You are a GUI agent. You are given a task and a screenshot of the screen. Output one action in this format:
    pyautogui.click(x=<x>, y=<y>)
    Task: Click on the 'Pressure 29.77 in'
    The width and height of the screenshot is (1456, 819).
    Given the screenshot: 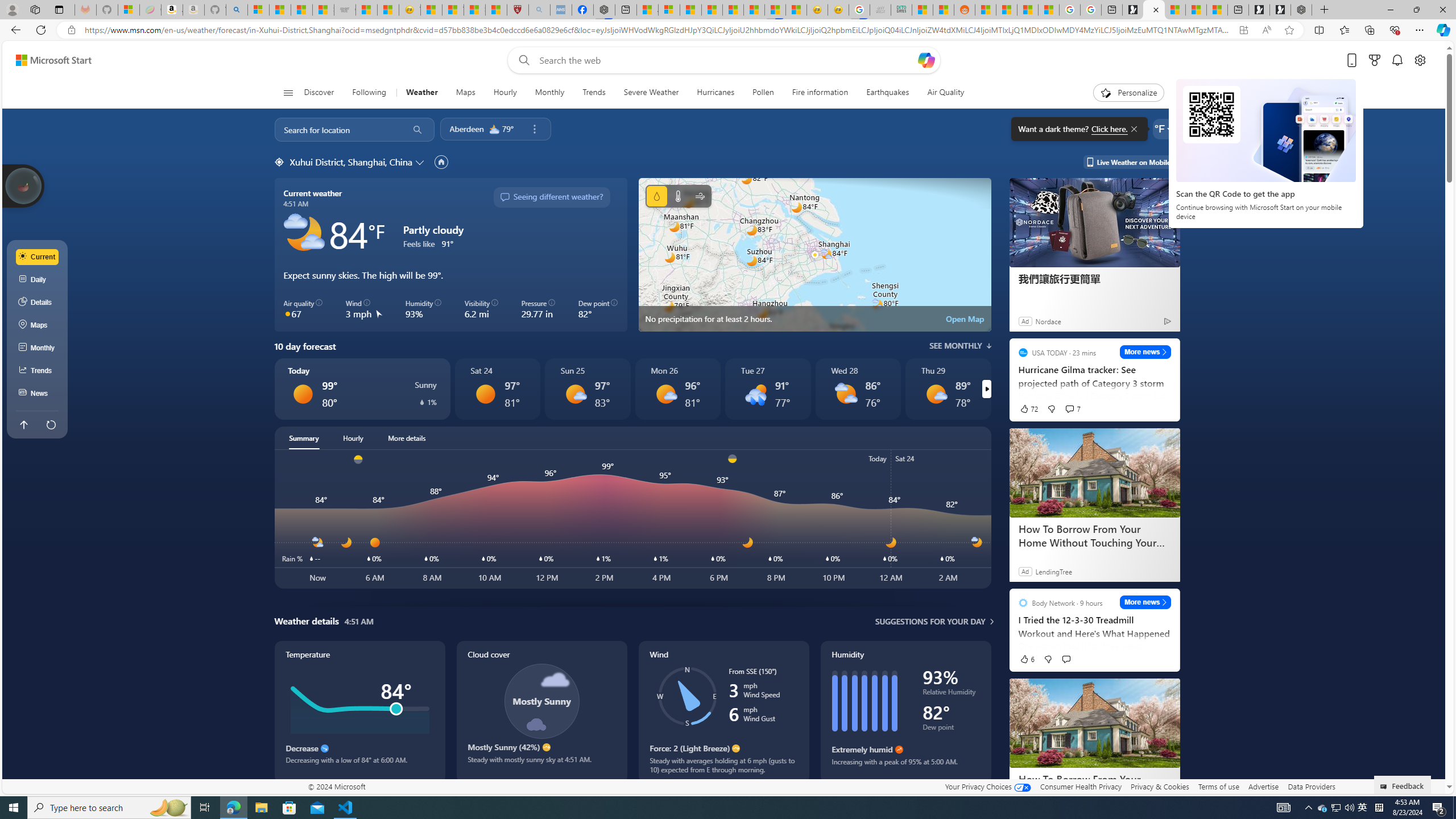 What is the action you would take?
    pyautogui.click(x=538, y=309)
    